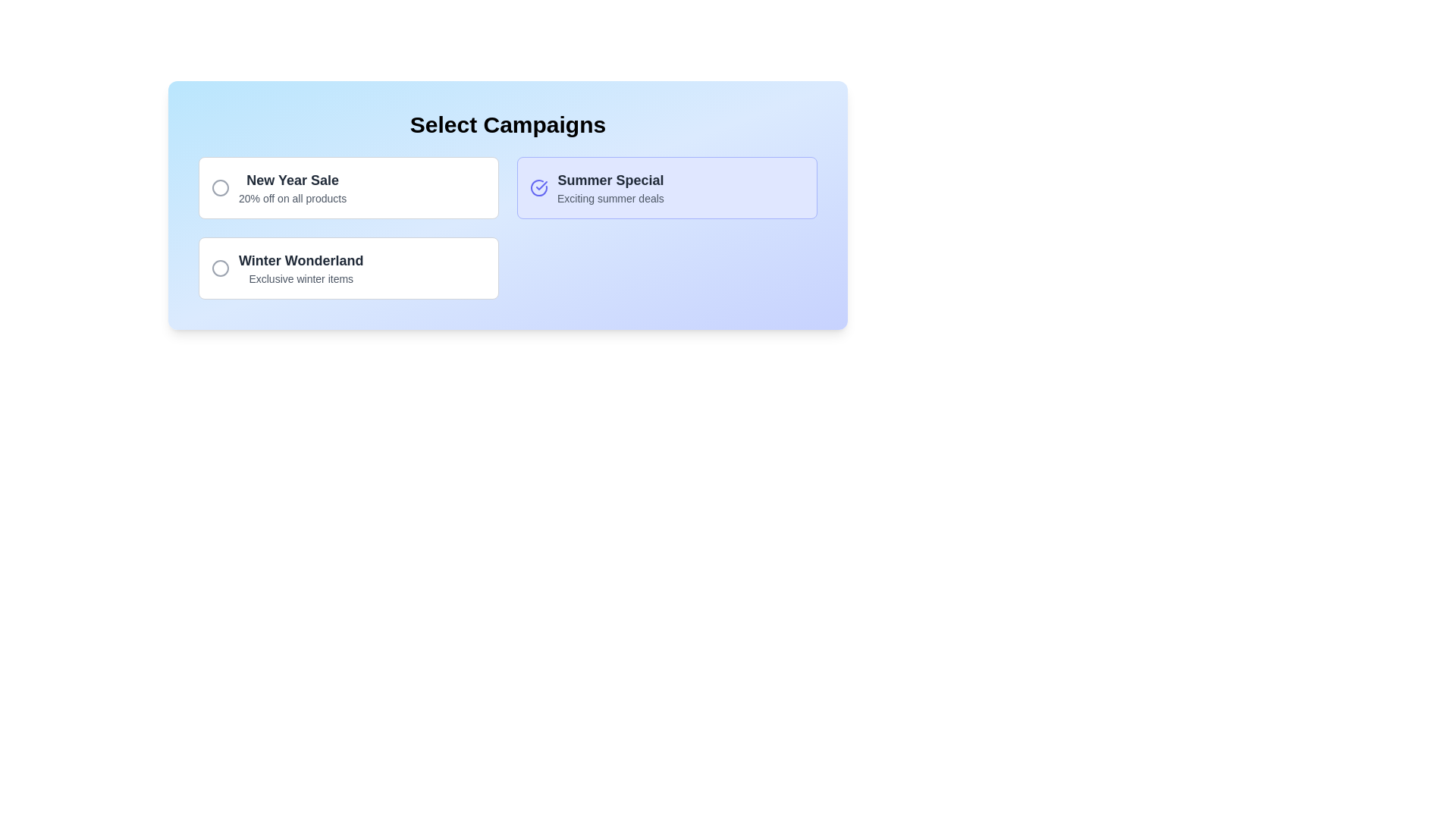 The width and height of the screenshot is (1456, 819). Describe the element at coordinates (667, 187) in the screenshot. I see `the 'Summer Special' card, which is a rectangular card with a light indigo background, bold title 'Summer Special' in black, and a subtitle 'Exciting summer deals' in gray` at that location.